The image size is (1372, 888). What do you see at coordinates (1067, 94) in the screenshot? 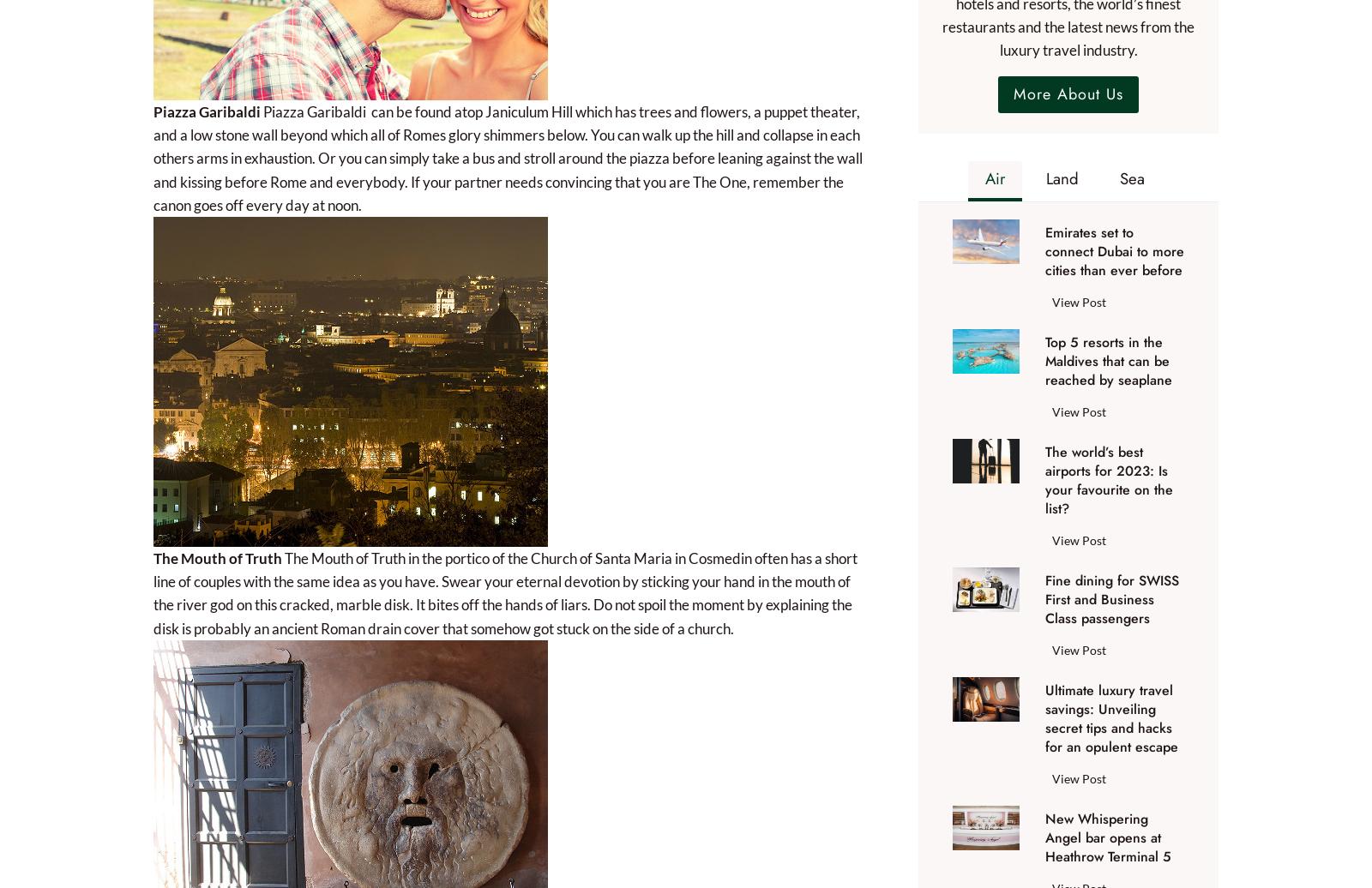
I see `'More About Us'` at bounding box center [1067, 94].